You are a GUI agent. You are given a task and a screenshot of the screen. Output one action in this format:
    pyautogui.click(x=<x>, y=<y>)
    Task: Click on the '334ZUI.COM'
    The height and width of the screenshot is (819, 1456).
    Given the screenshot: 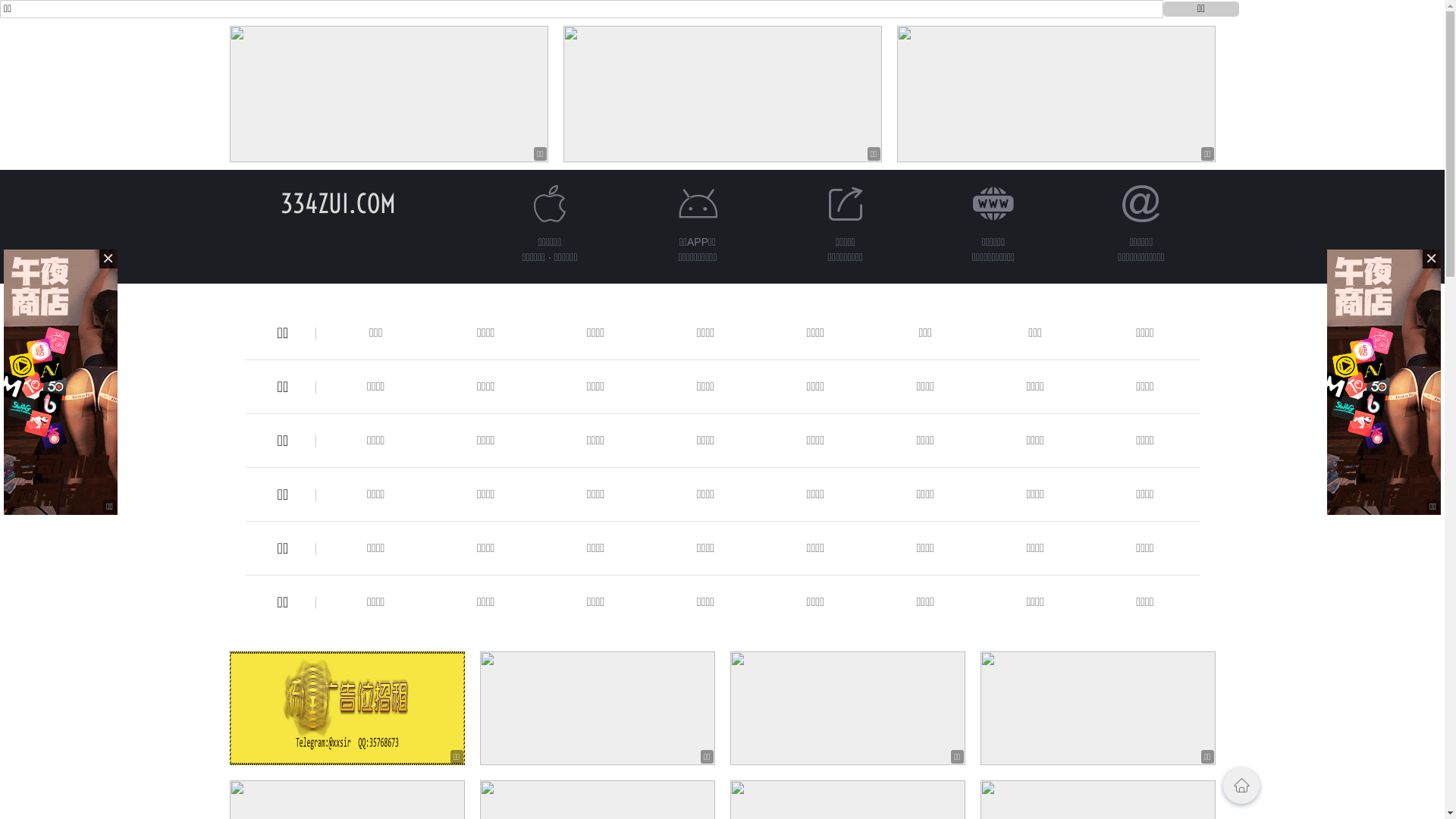 What is the action you would take?
    pyautogui.click(x=280, y=202)
    